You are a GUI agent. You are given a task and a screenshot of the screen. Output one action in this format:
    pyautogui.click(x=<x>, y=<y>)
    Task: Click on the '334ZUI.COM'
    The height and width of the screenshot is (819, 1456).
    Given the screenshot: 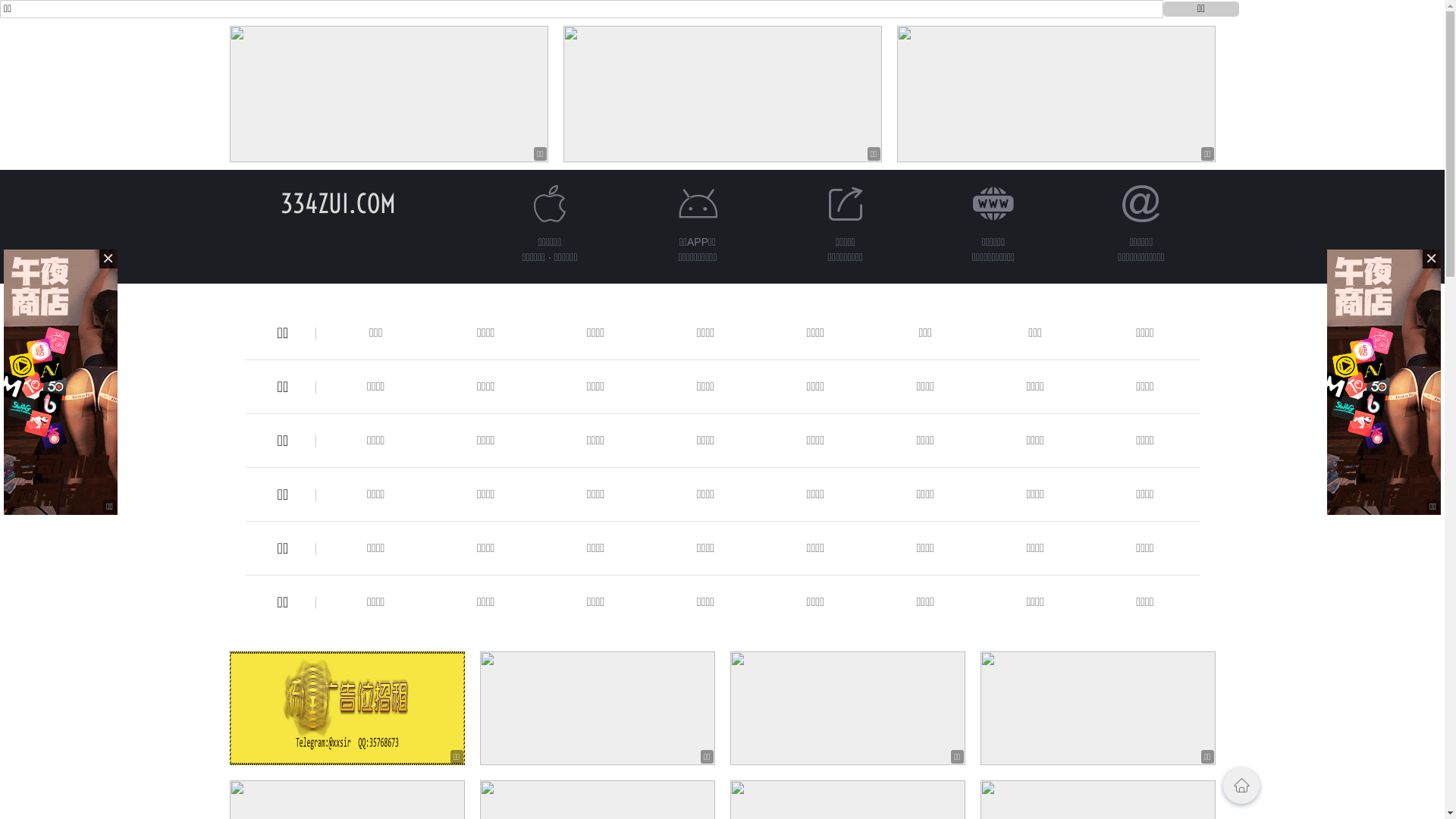 What is the action you would take?
    pyautogui.click(x=280, y=202)
    